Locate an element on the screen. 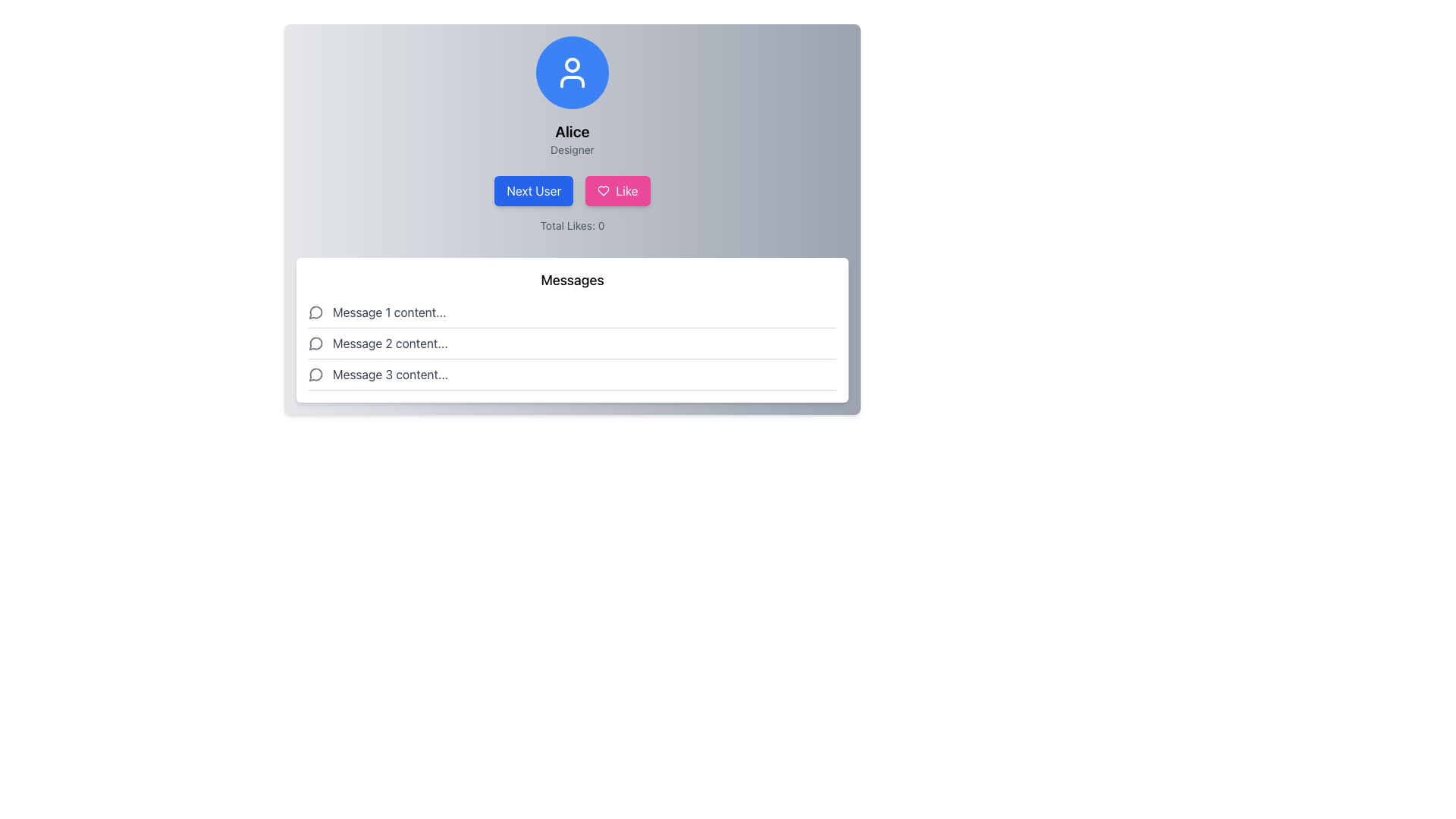  text content of the Text Label displaying a summary of a message item, located on the third row of the 'Messages' section is located at coordinates (391, 374).